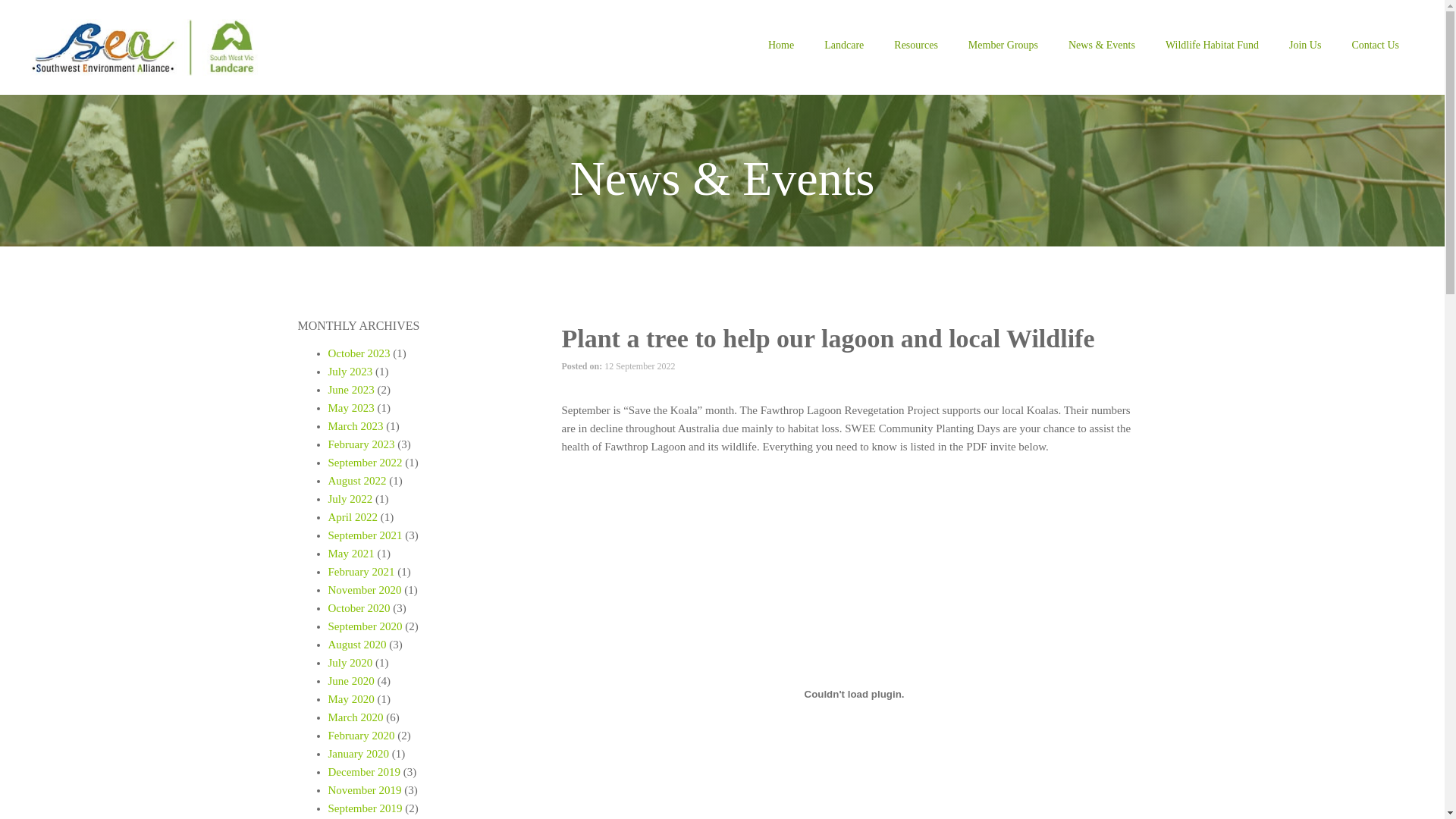 The width and height of the screenshot is (1456, 819). What do you see at coordinates (350, 406) in the screenshot?
I see `'May 2023'` at bounding box center [350, 406].